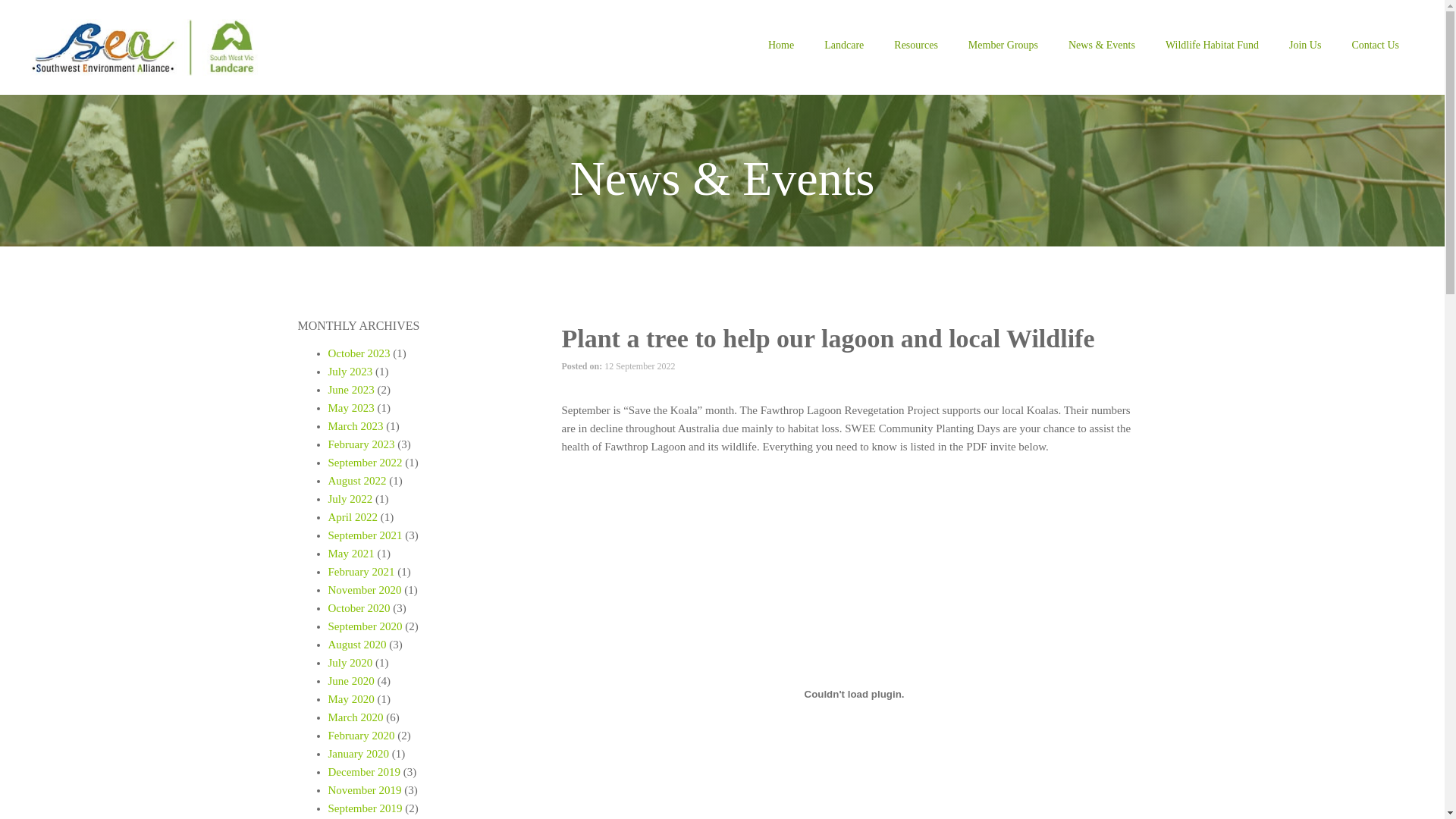 The width and height of the screenshot is (1456, 819). What do you see at coordinates (350, 406) in the screenshot?
I see `'May 2023'` at bounding box center [350, 406].